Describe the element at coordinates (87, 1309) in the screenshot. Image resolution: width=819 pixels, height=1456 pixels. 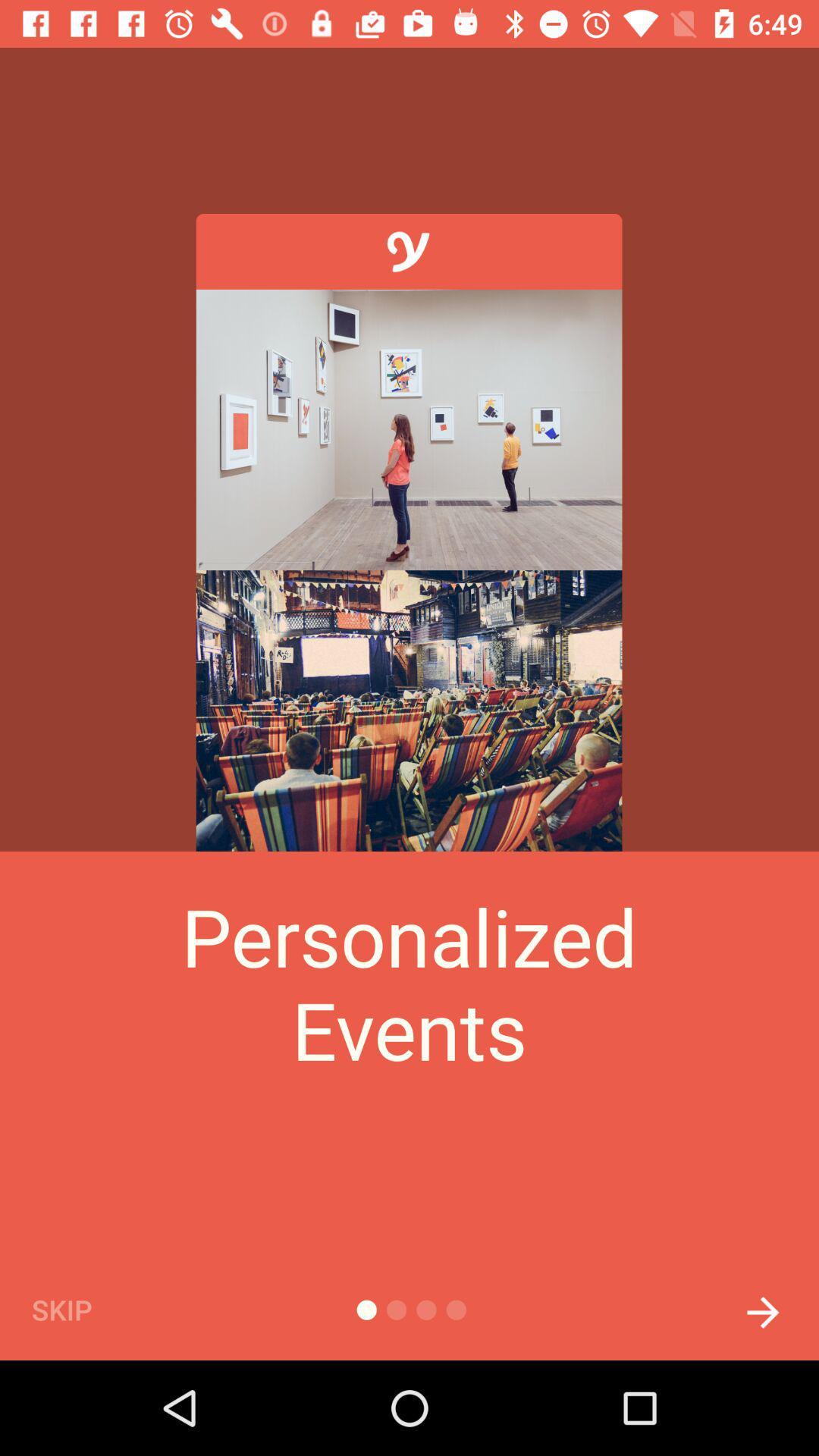
I see `skip at the bottom left corner` at that location.